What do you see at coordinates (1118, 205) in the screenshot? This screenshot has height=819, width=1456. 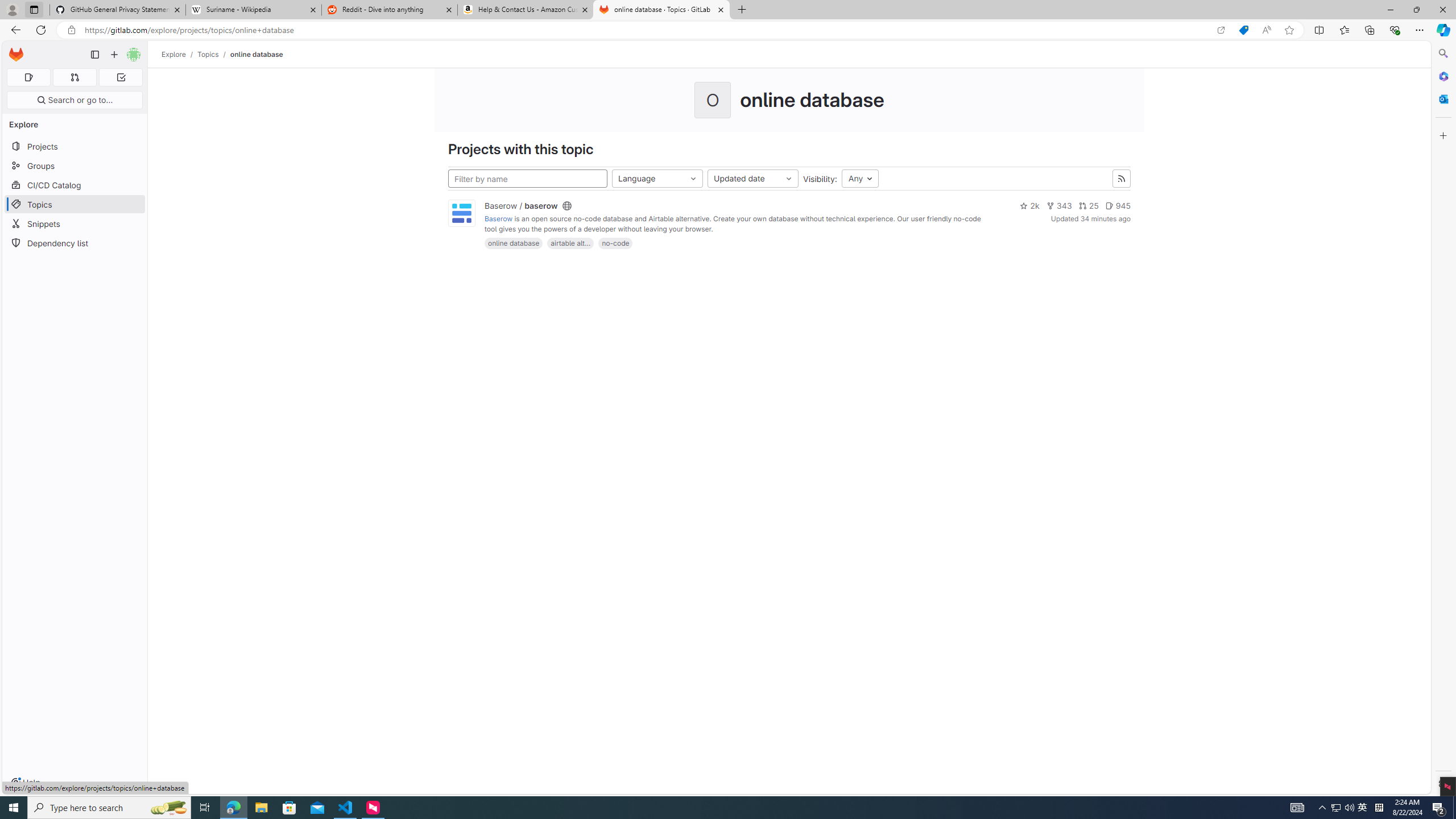 I see `'945'` at bounding box center [1118, 205].